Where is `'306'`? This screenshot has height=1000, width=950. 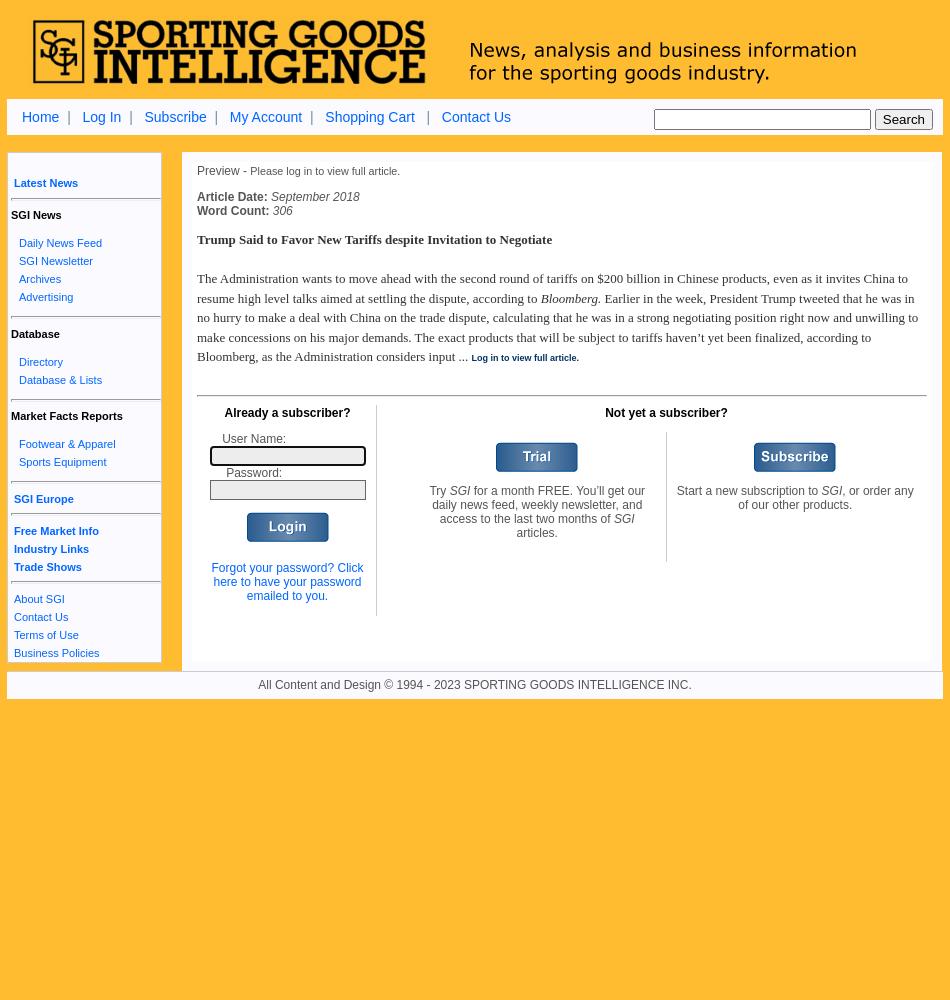 '306' is located at coordinates (280, 210).